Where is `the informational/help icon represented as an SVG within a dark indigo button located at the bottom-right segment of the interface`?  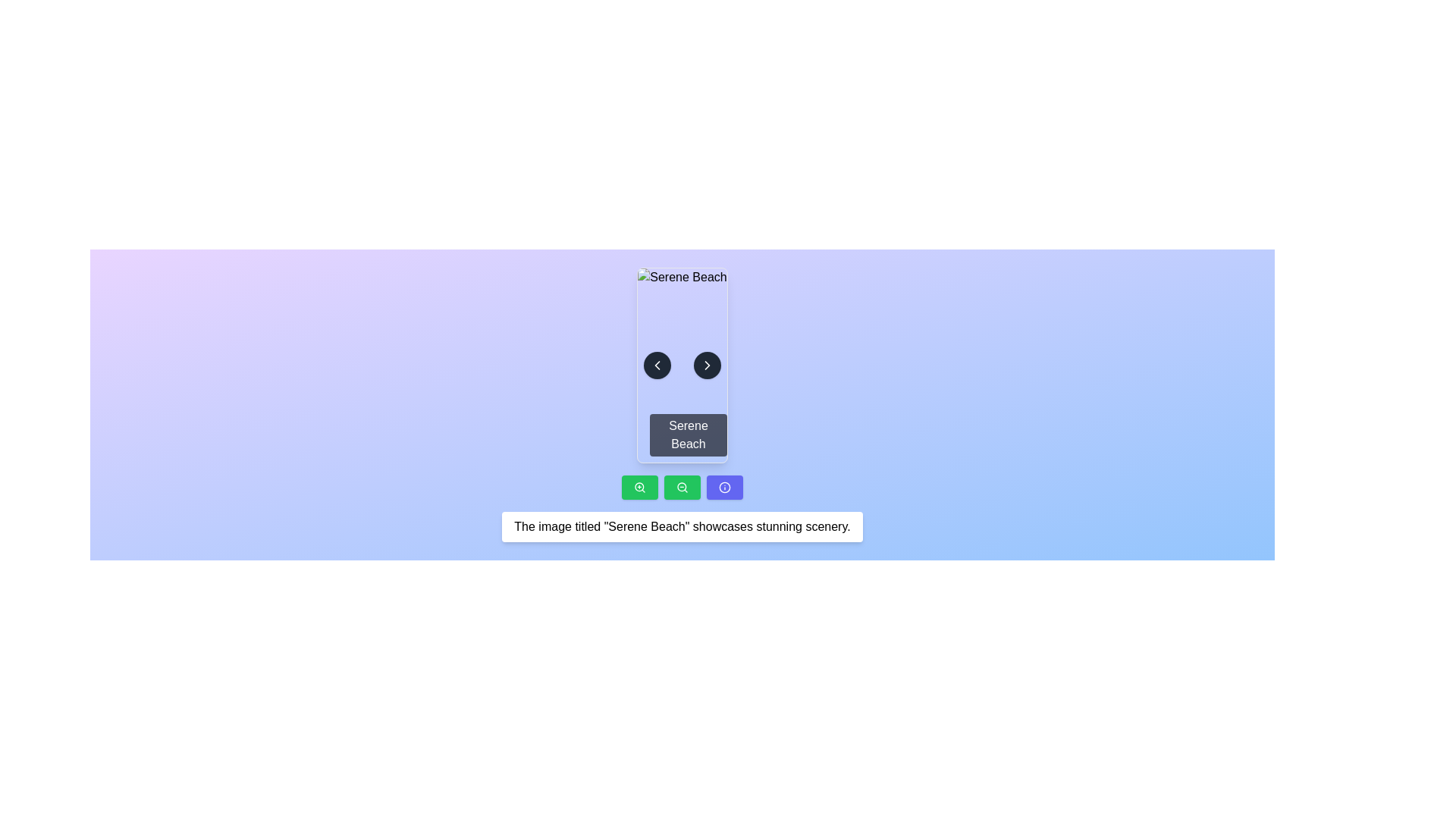
the informational/help icon represented as an SVG within a dark indigo button located at the bottom-right segment of the interface is located at coordinates (723, 488).